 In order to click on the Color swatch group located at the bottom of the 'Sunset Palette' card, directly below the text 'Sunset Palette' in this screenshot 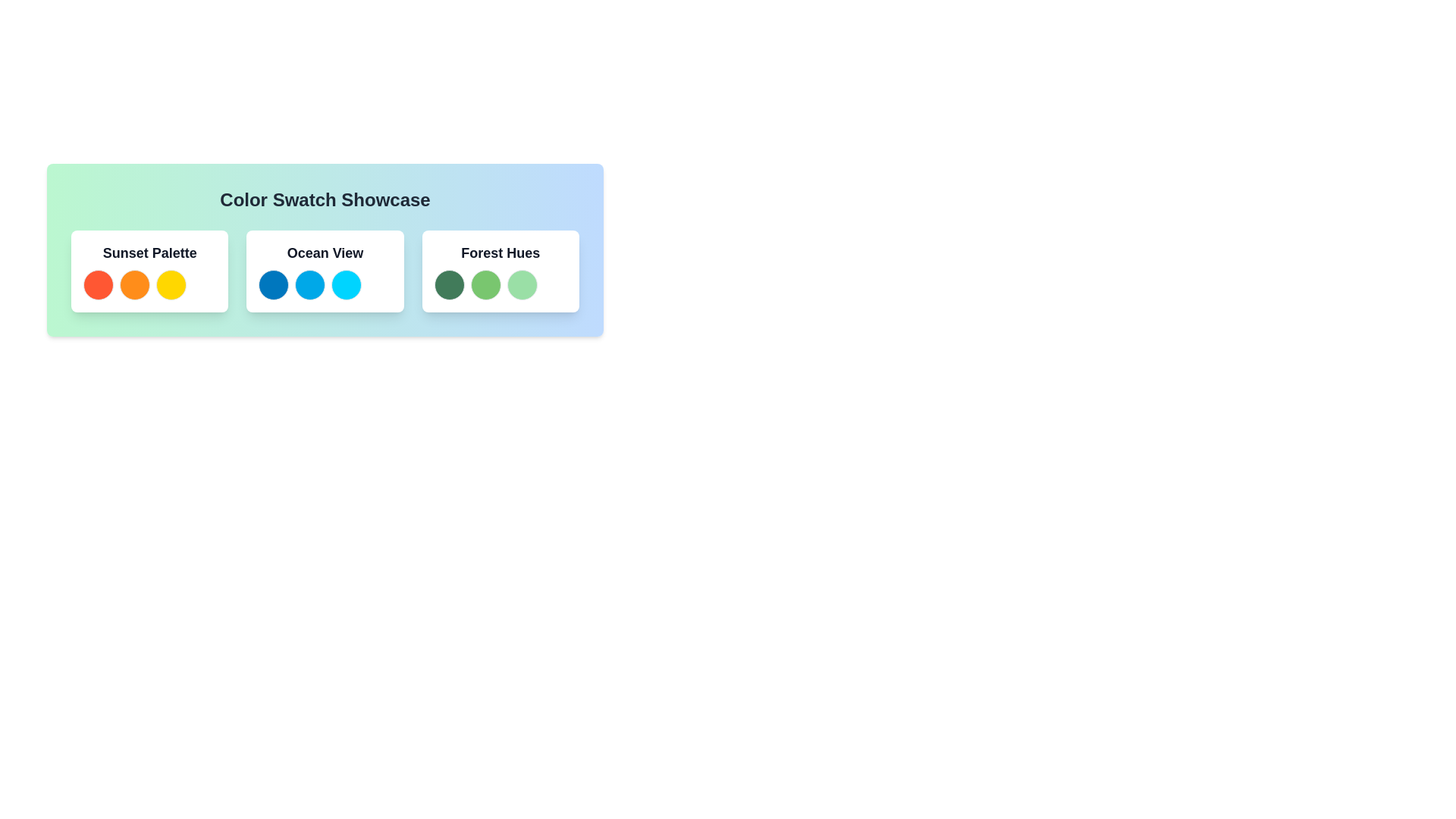, I will do `click(149, 284)`.